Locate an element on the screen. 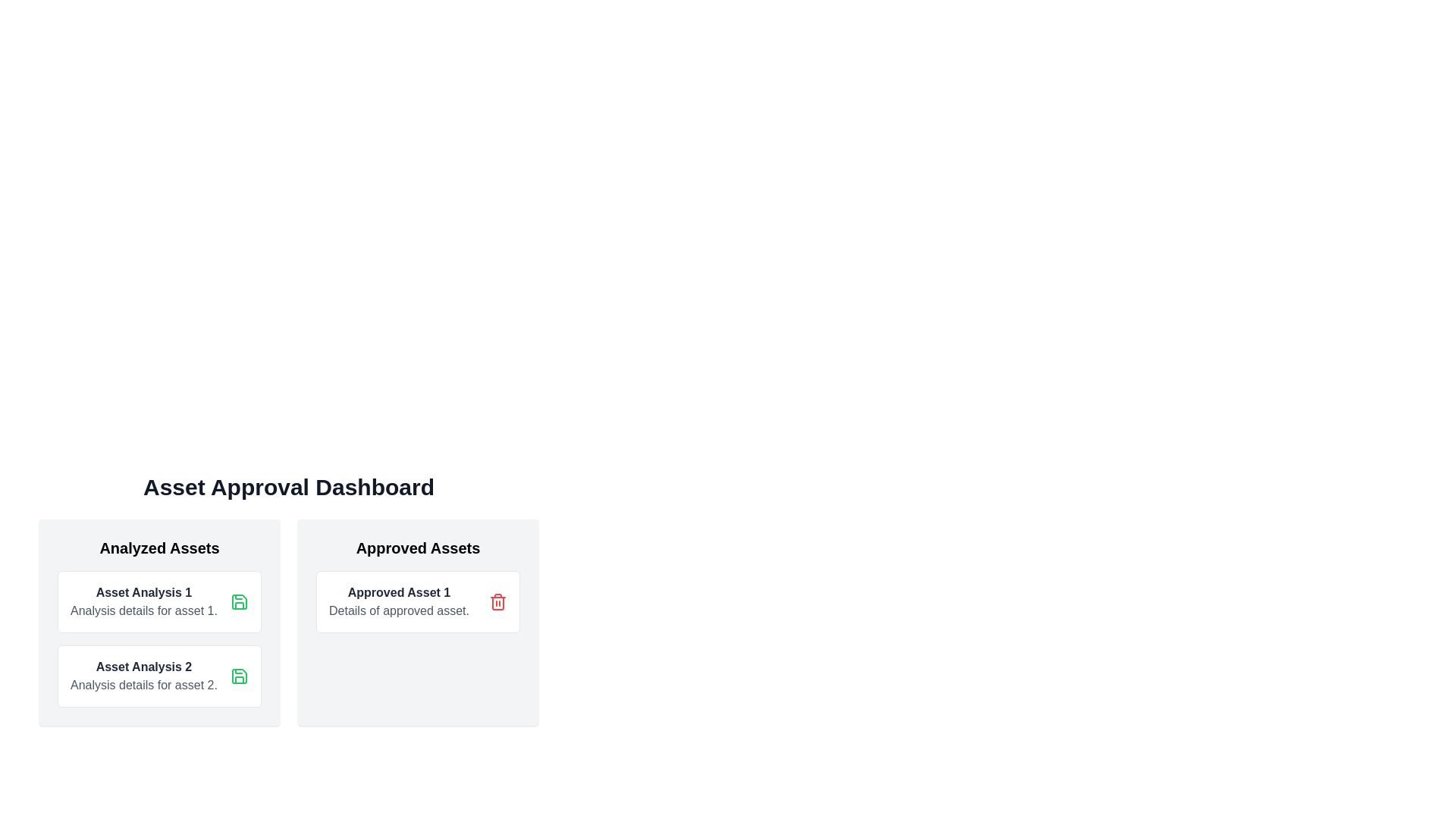  the 'Asset Analysis 2' text label, which is styled in bold and dark gray, located in the 'Analyzed Assets' section of the 'Asset Approval Dashboard.' is located at coordinates (143, 666).